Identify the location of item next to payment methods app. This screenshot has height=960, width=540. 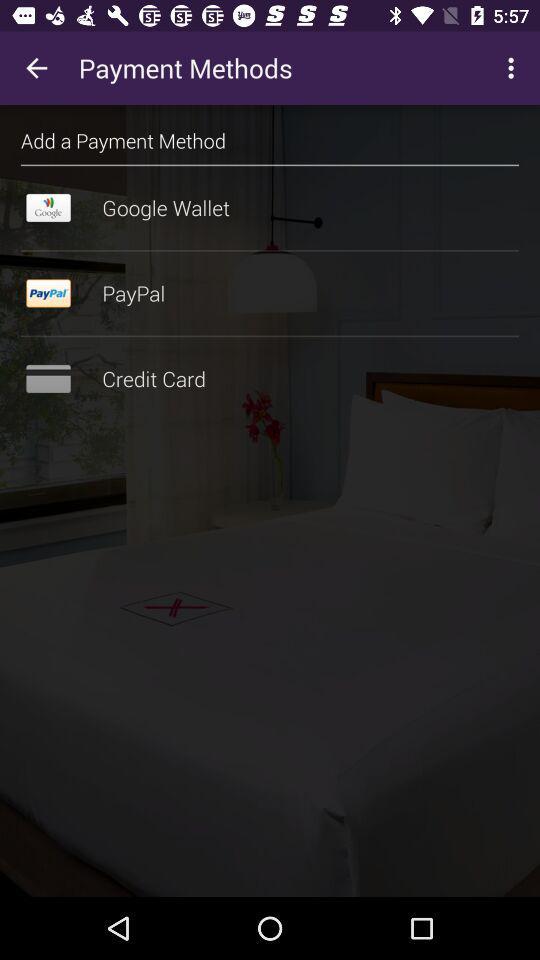
(513, 68).